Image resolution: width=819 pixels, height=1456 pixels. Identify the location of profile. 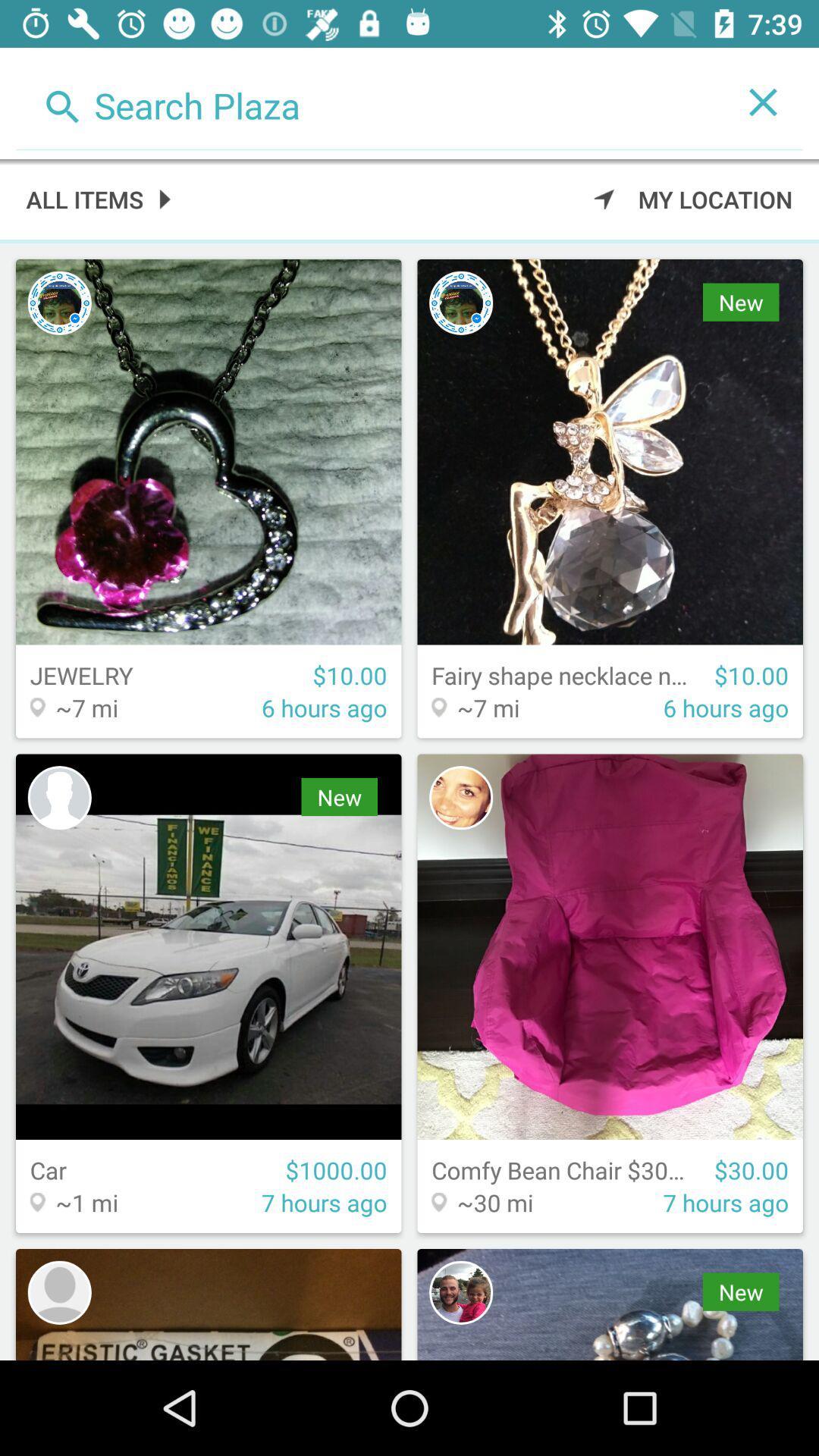
(58, 303).